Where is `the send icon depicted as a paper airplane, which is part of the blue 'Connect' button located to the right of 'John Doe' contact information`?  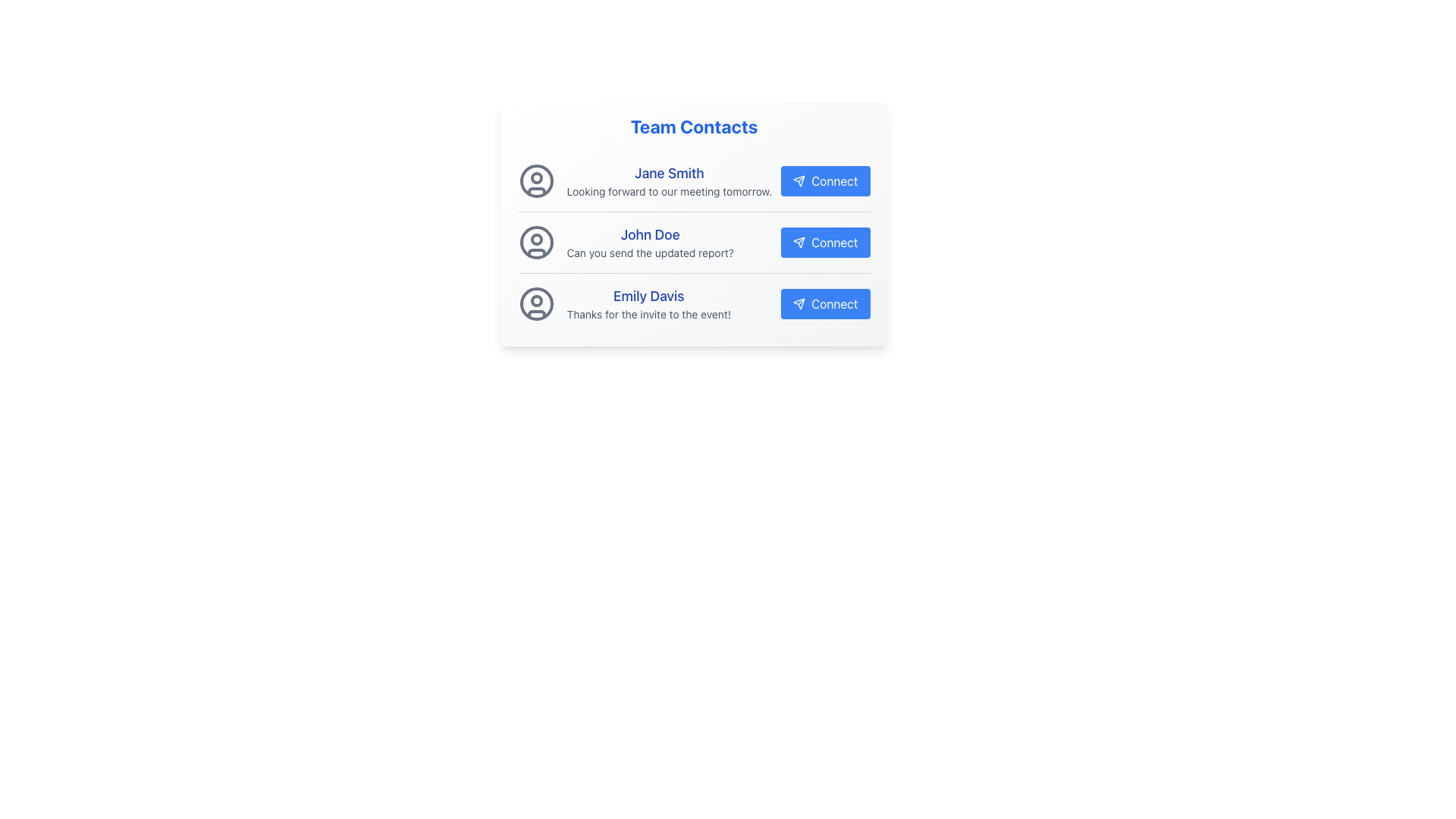
the send icon depicted as a paper airplane, which is part of the blue 'Connect' button located to the right of 'John Doe' contact information is located at coordinates (799, 242).